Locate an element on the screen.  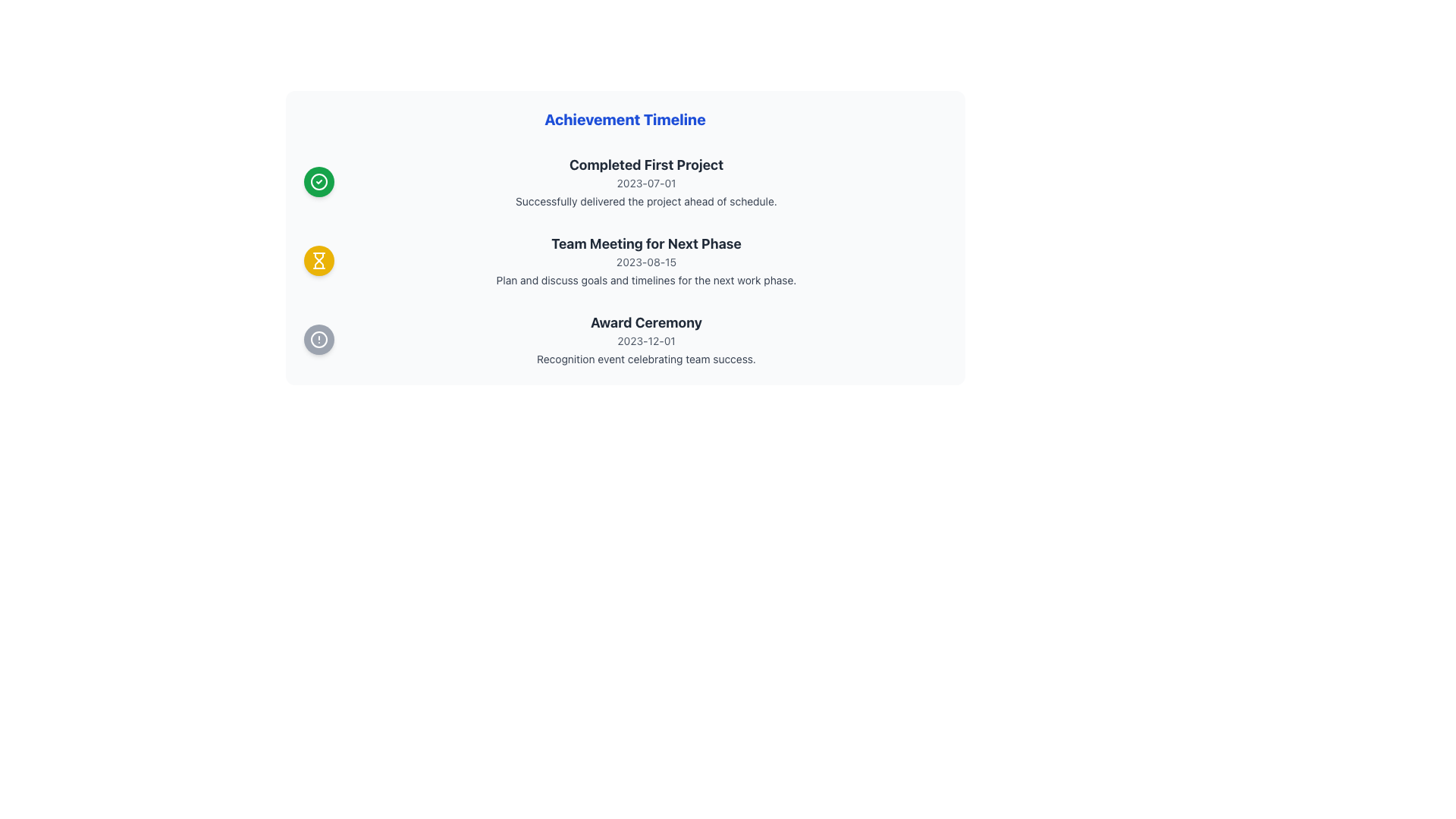
the circular gray icon with a white outline and alert indication, located in the left section of the layout group for the 'Award Ceremony' is located at coordinates (318, 338).